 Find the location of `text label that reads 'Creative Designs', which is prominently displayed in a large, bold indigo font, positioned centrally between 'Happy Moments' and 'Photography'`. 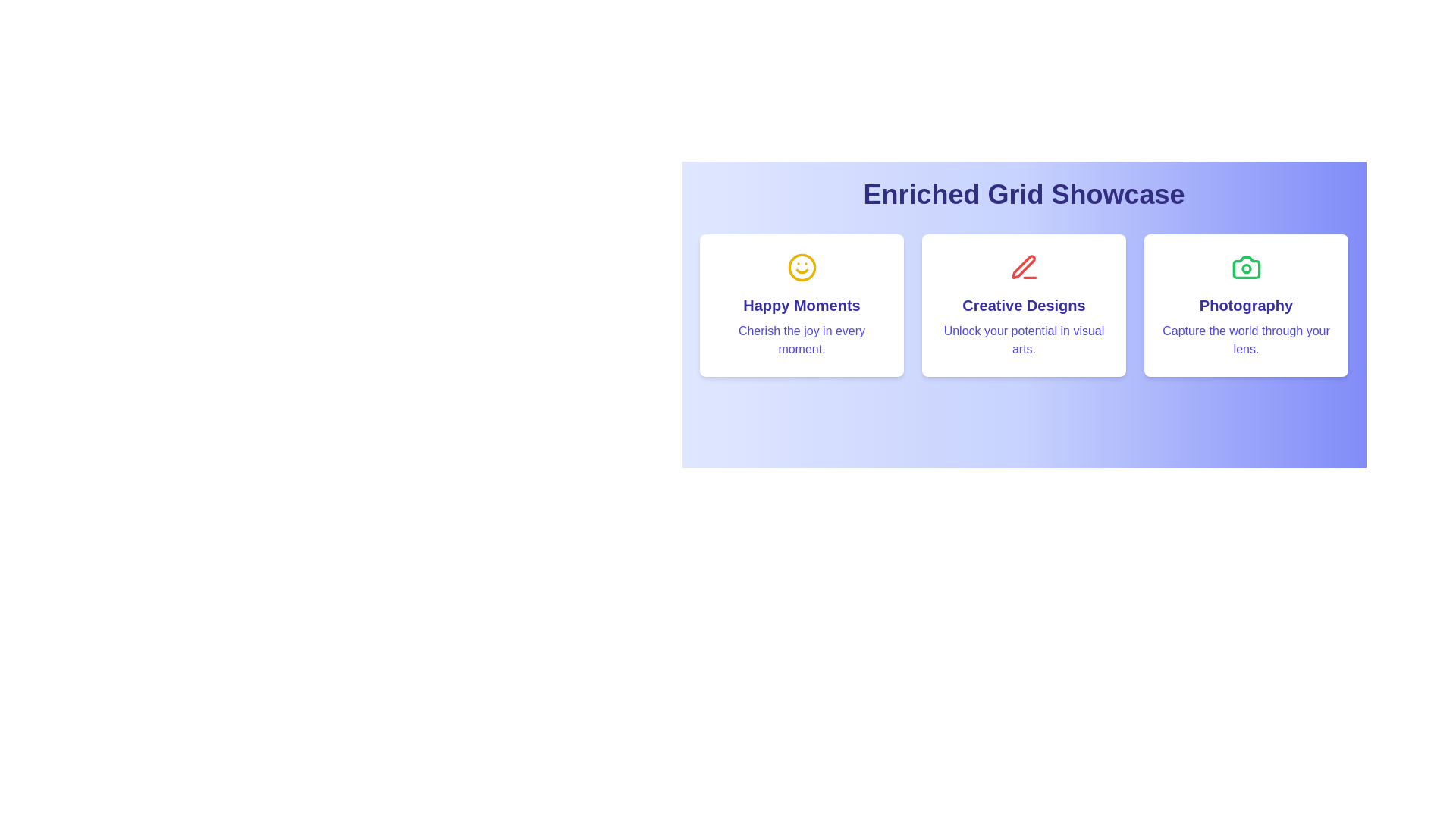

text label that reads 'Creative Designs', which is prominently displayed in a large, bold indigo font, positioned centrally between 'Happy Moments' and 'Photography' is located at coordinates (1024, 305).